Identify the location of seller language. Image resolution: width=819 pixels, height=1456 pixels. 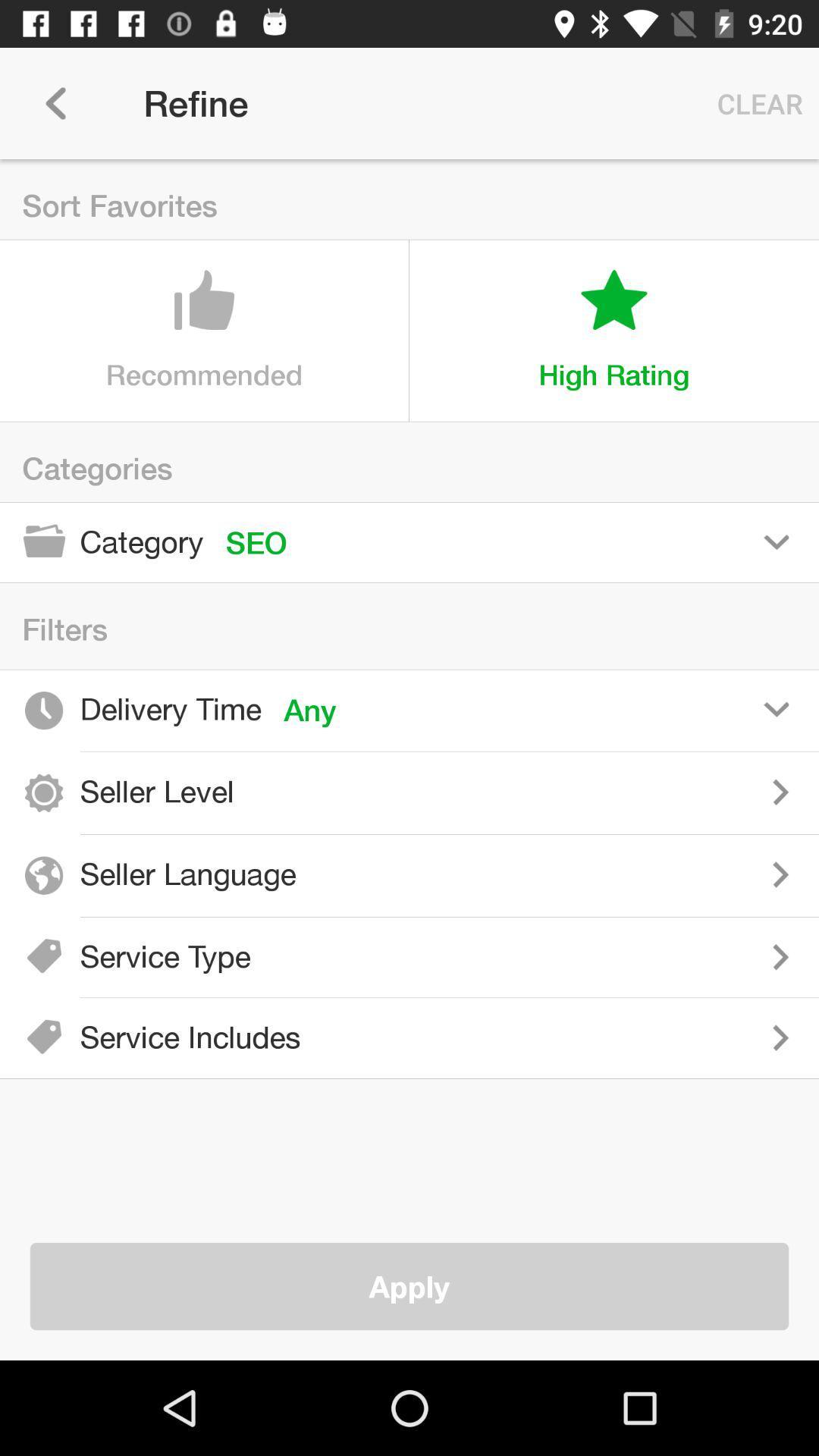
(568, 874).